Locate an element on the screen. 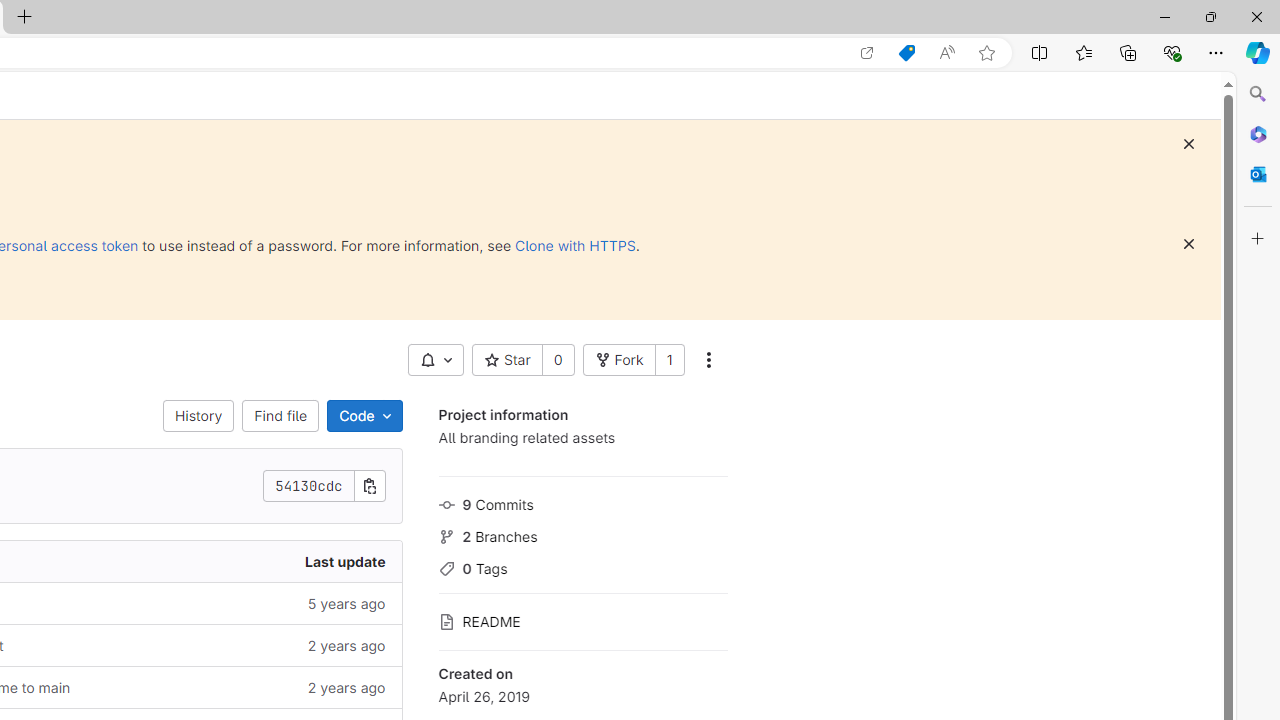 The image size is (1280, 720). 'Fork' is located at coordinates (617, 360).